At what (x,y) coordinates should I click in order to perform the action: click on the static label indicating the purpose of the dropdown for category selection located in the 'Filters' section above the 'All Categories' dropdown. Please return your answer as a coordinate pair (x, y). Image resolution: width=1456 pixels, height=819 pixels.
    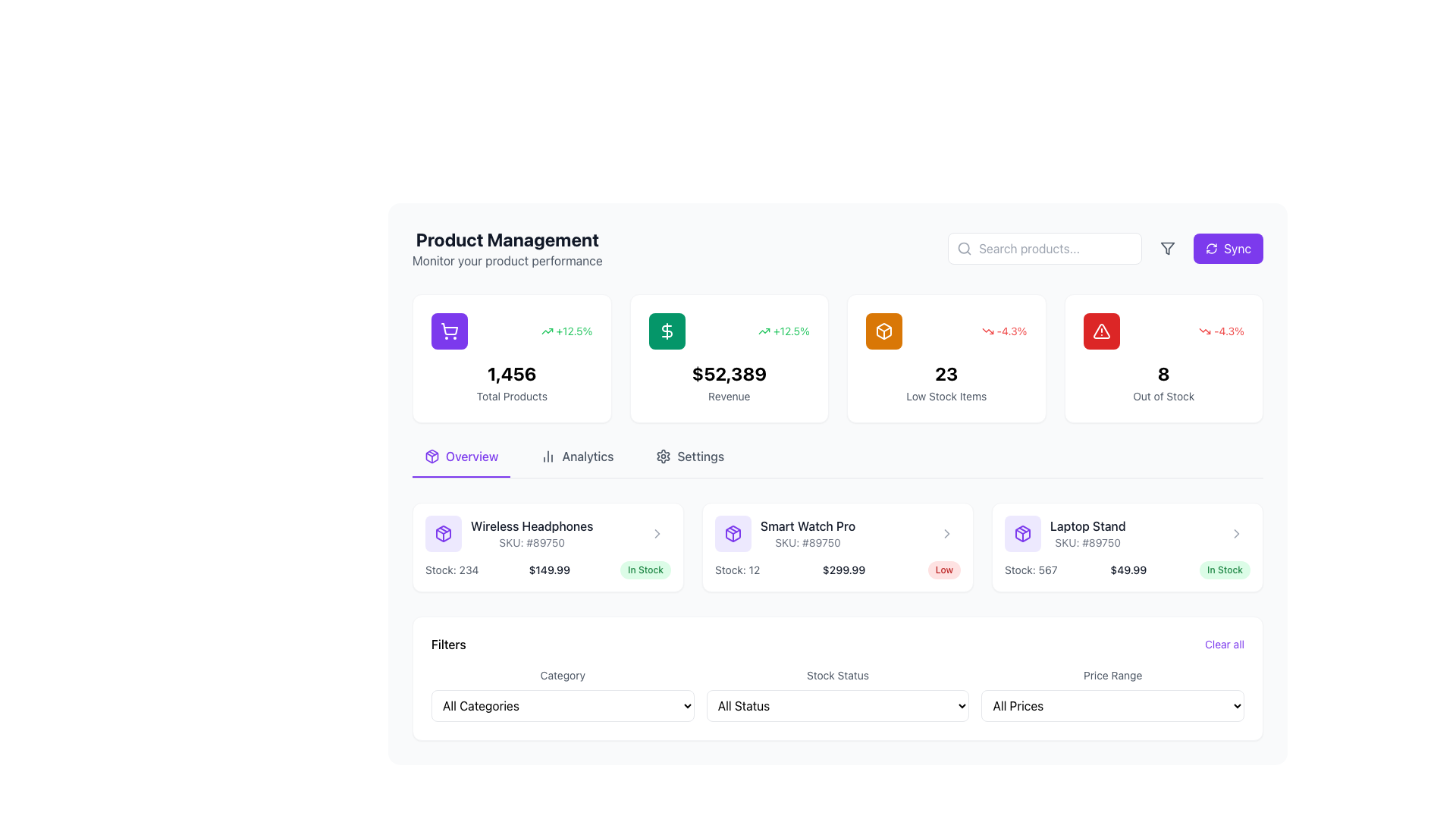
    Looking at the image, I should click on (562, 674).